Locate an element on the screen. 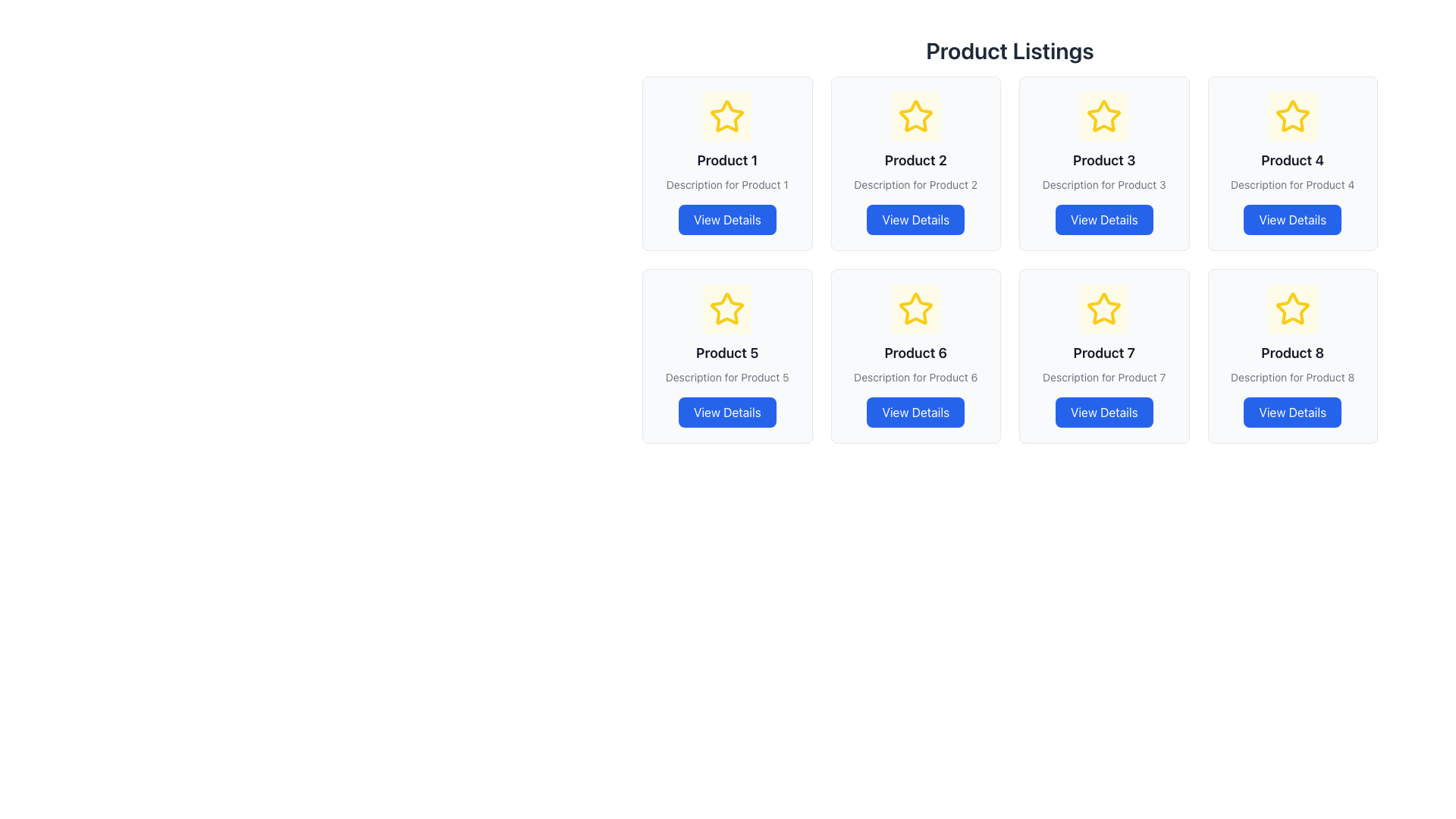 The image size is (1456, 819). the star icon in the 'Product 7' card is located at coordinates (1104, 308).